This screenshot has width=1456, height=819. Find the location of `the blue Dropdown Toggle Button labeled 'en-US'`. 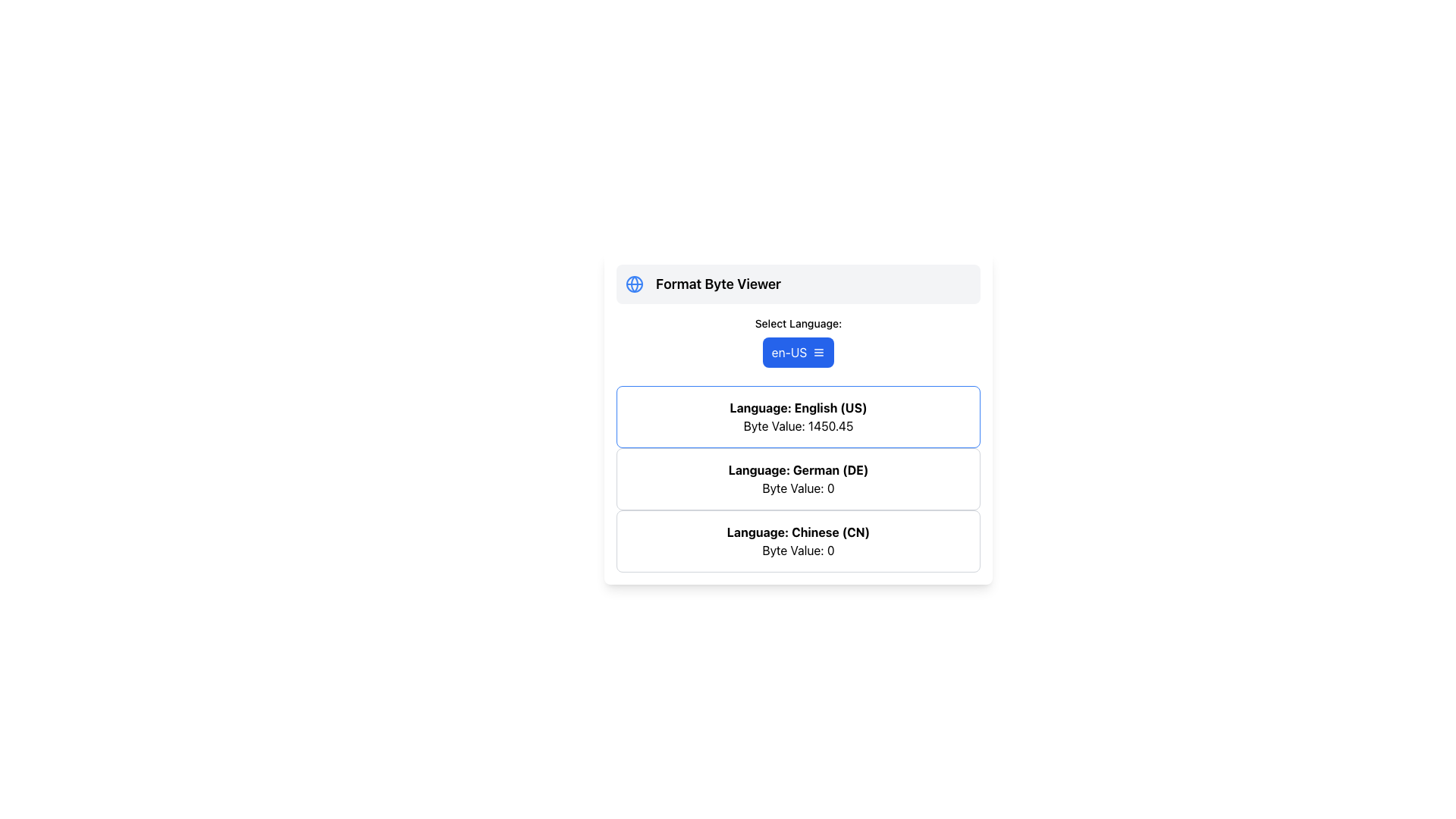

the blue Dropdown Toggle Button labeled 'en-US' is located at coordinates (797, 353).